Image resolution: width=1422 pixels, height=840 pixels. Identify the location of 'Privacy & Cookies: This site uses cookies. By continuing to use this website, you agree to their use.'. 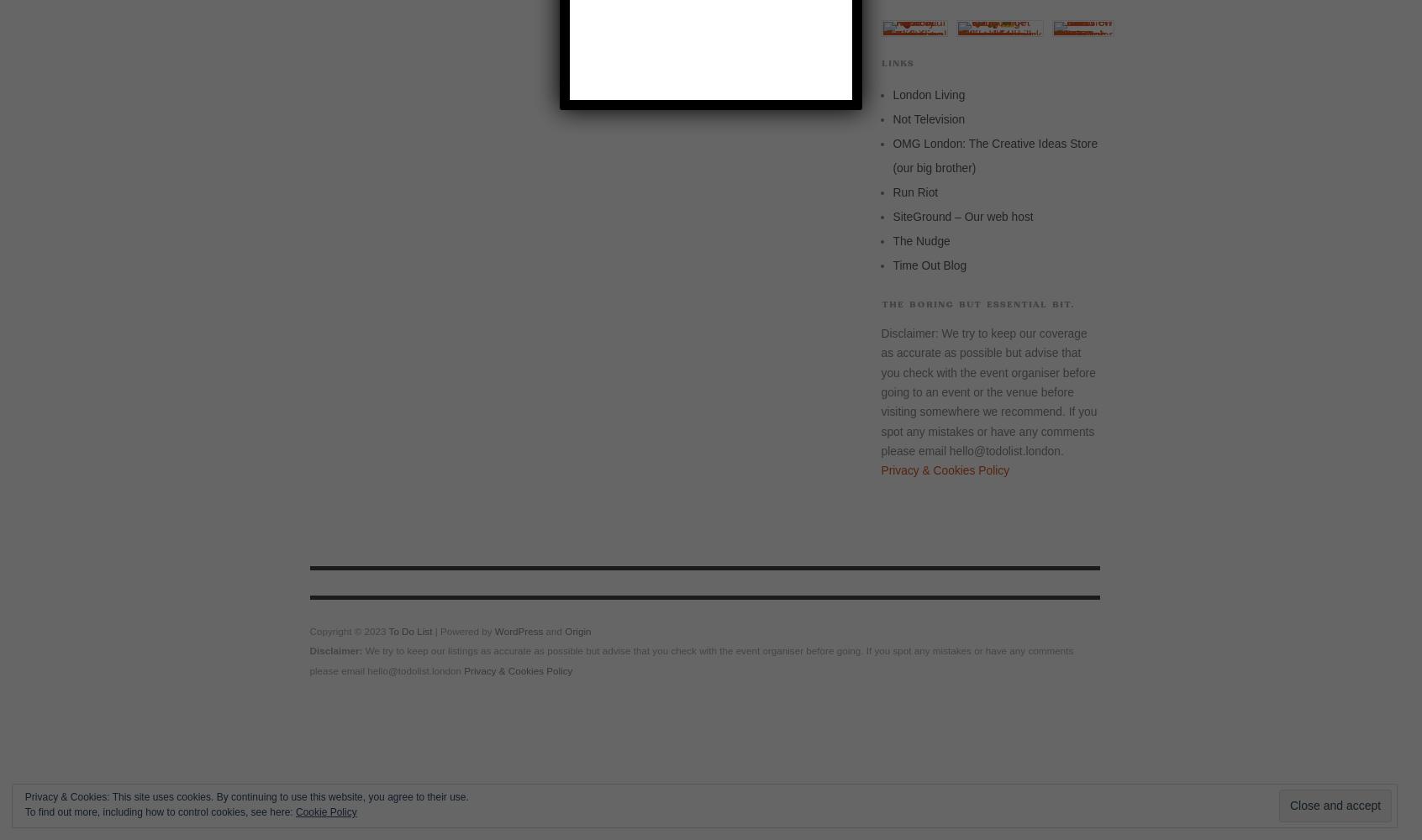
(245, 796).